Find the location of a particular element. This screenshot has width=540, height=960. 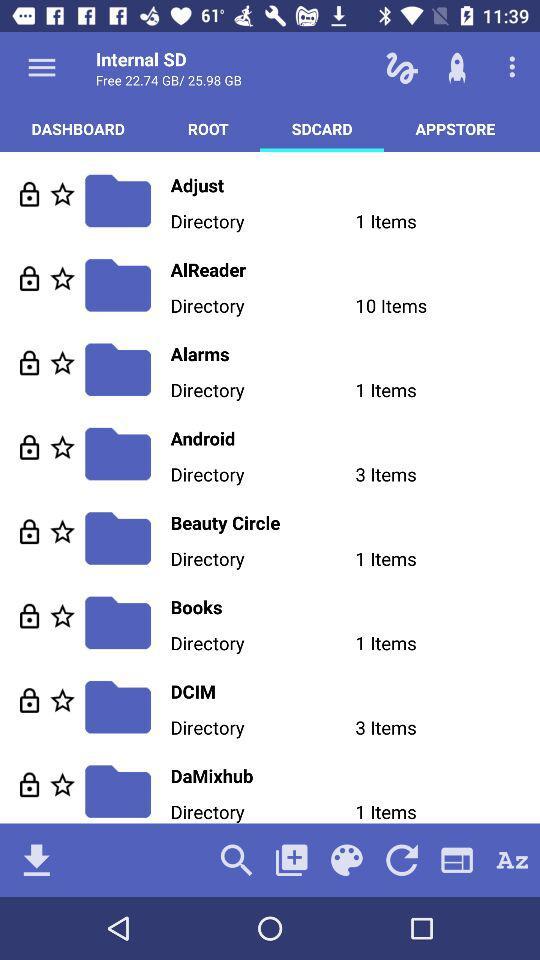

visit the item is located at coordinates (28, 700).